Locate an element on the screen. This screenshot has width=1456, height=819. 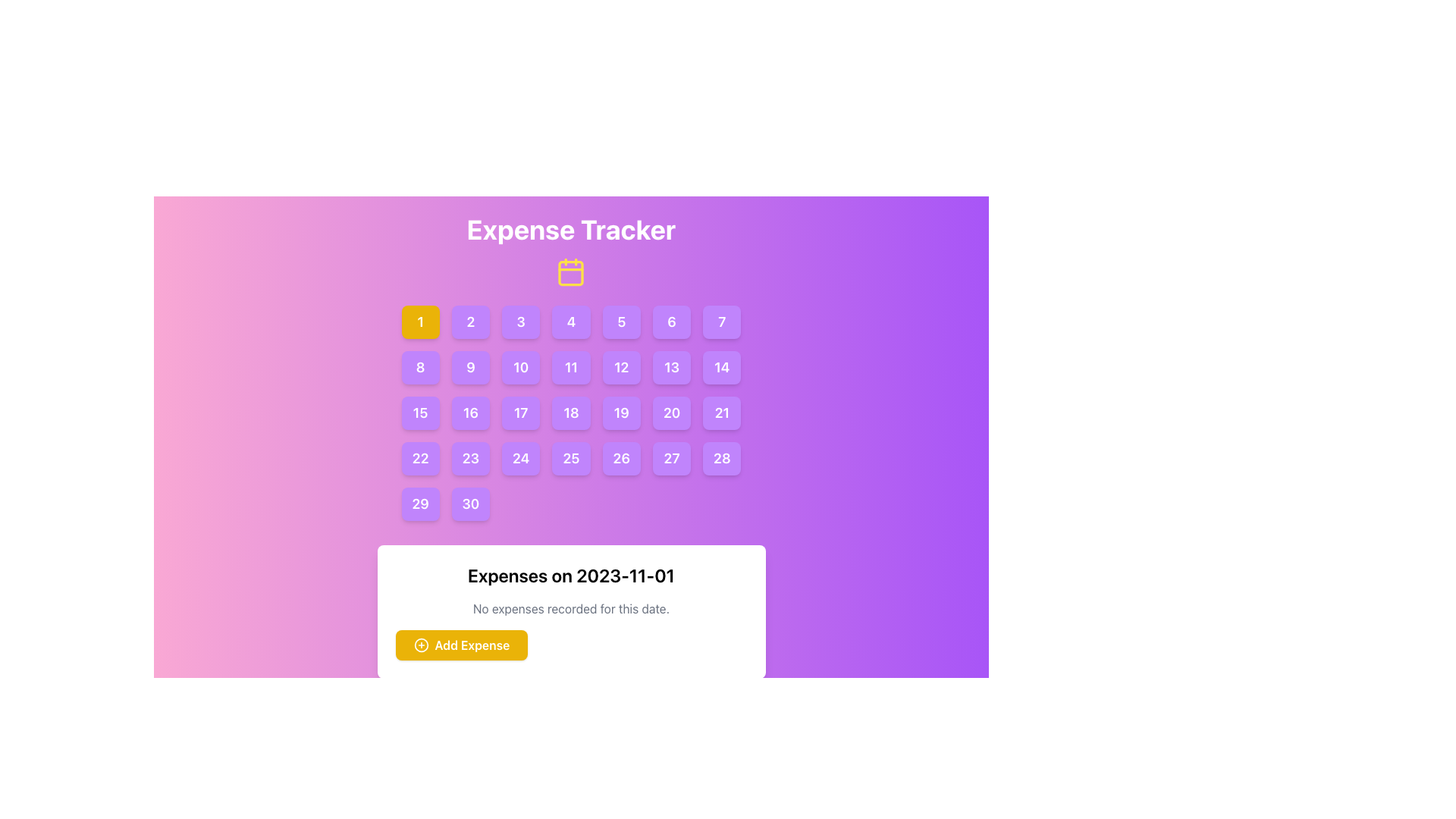
the square-shaped button with rounded corners displaying the number '26' in white on a purple background is located at coordinates (621, 458).